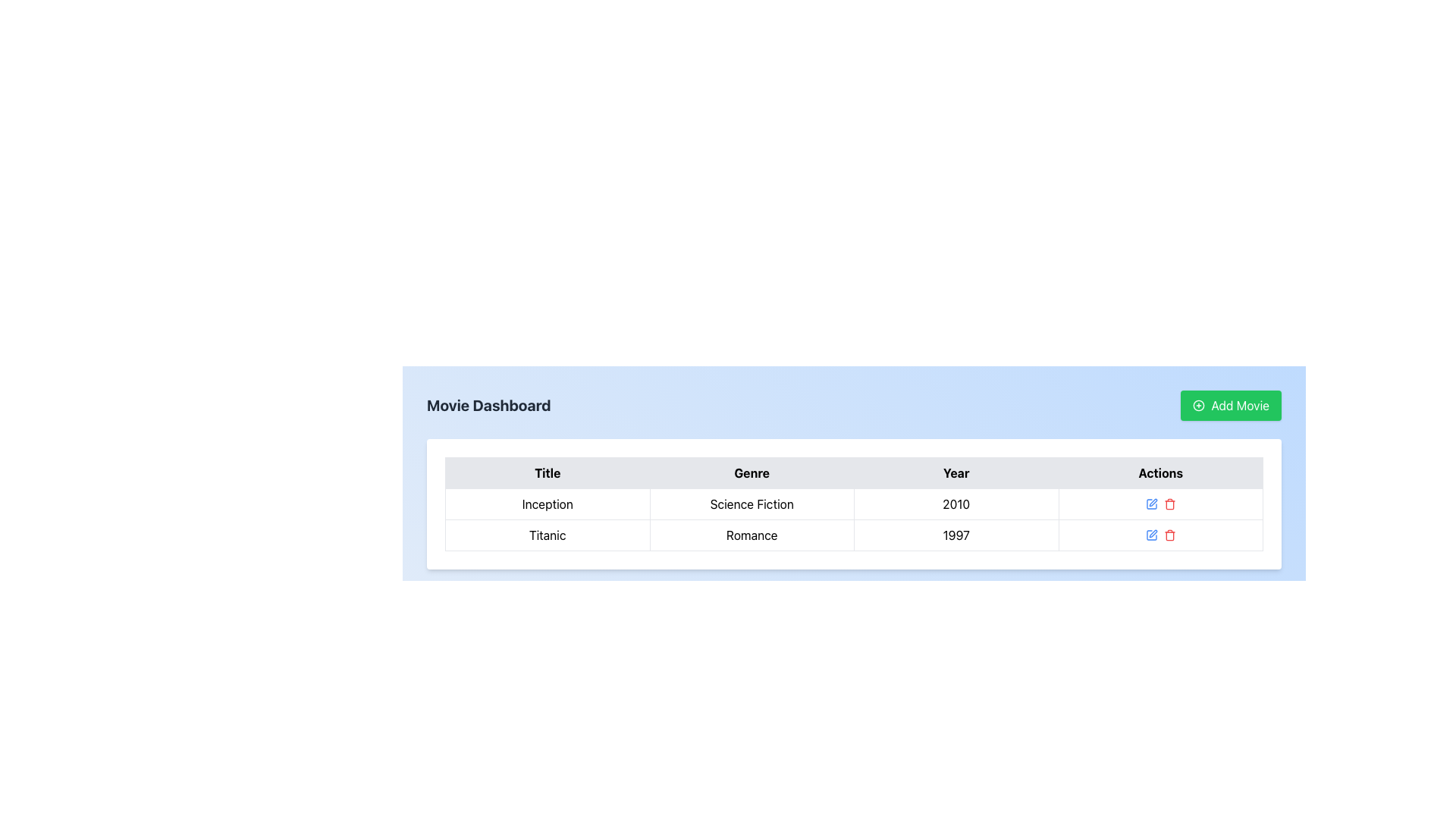 This screenshot has width=1456, height=819. Describe the element at coordinates (1153, 533) in the screenshot. I see `the 'edit' button for the movie 'Titanic' located in the 'Actions' column of the table, which is positioned to the right of the red trash bin icon, using keyboard navigation for interaction` at that location.